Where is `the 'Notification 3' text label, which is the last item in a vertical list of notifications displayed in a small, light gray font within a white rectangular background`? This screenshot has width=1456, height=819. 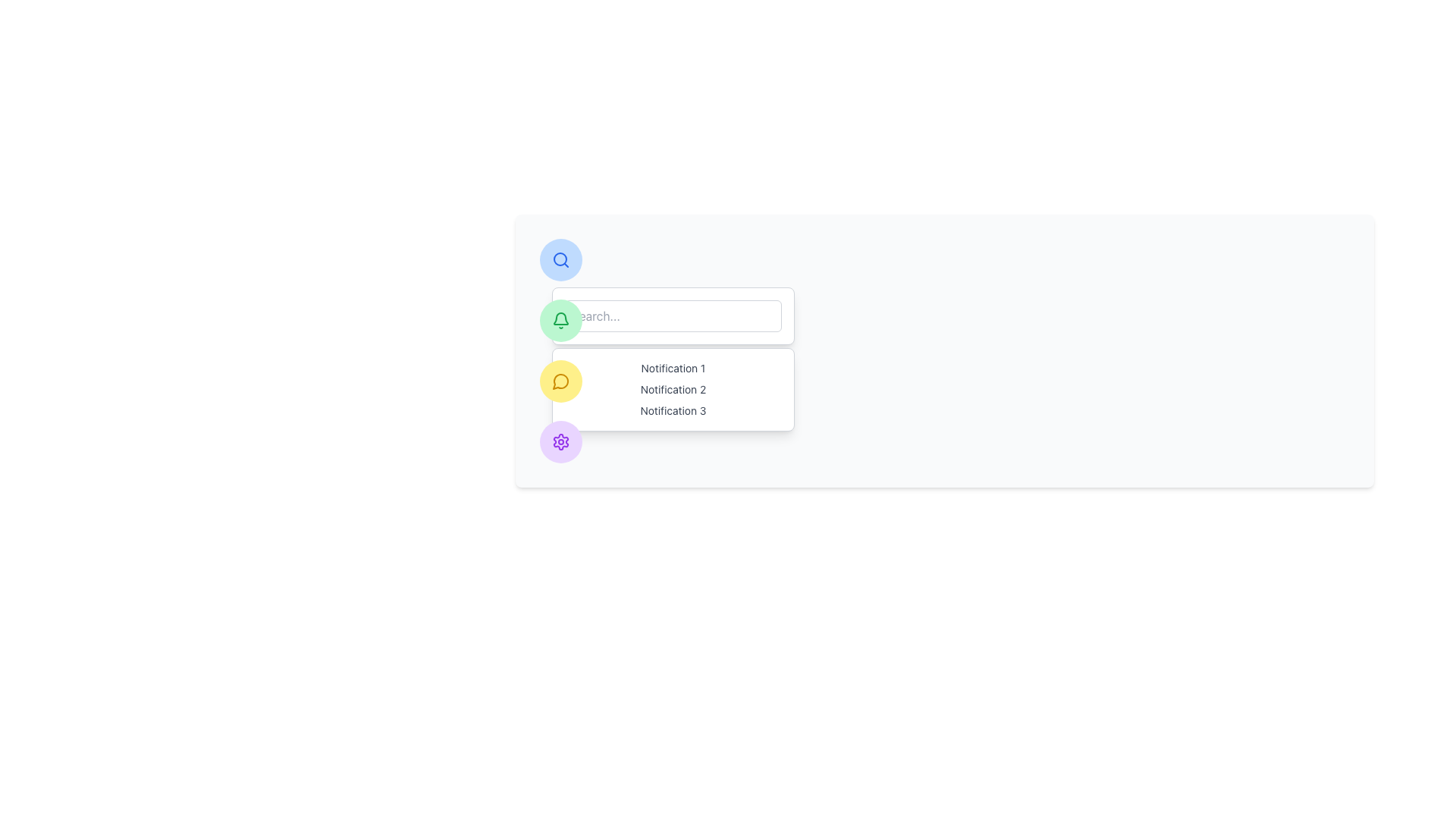 the 'Notification 3' text label, which is the last item in a vertical list of notifications displayed in a small, light gray font within a white rectangular background is located at coordinates (673, 411).